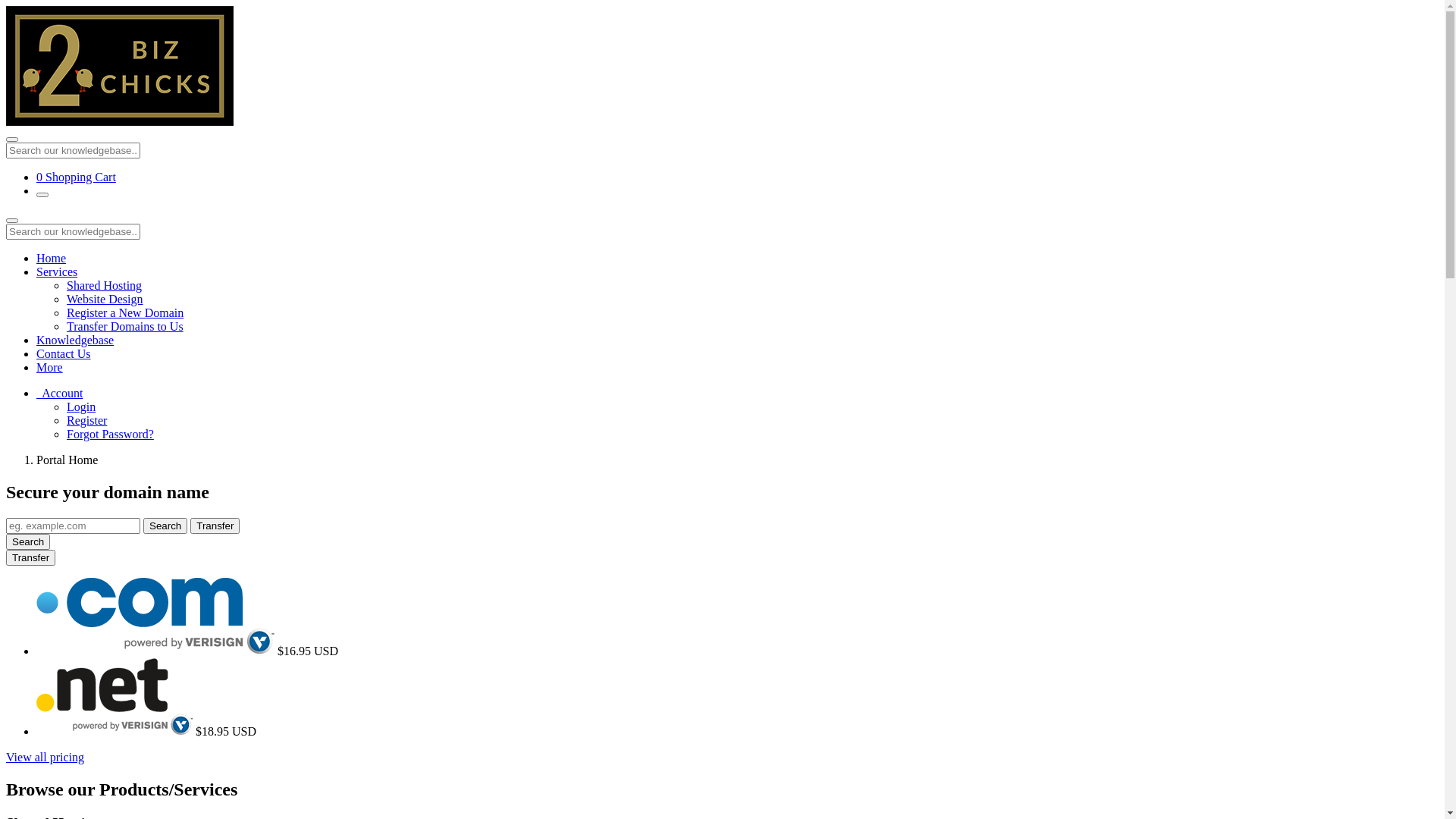 This screenshot has height=819, width=1456. Describe the element at coordinates (124, 312) in the screenshot. I see `'Register a New Domain'` at that location.